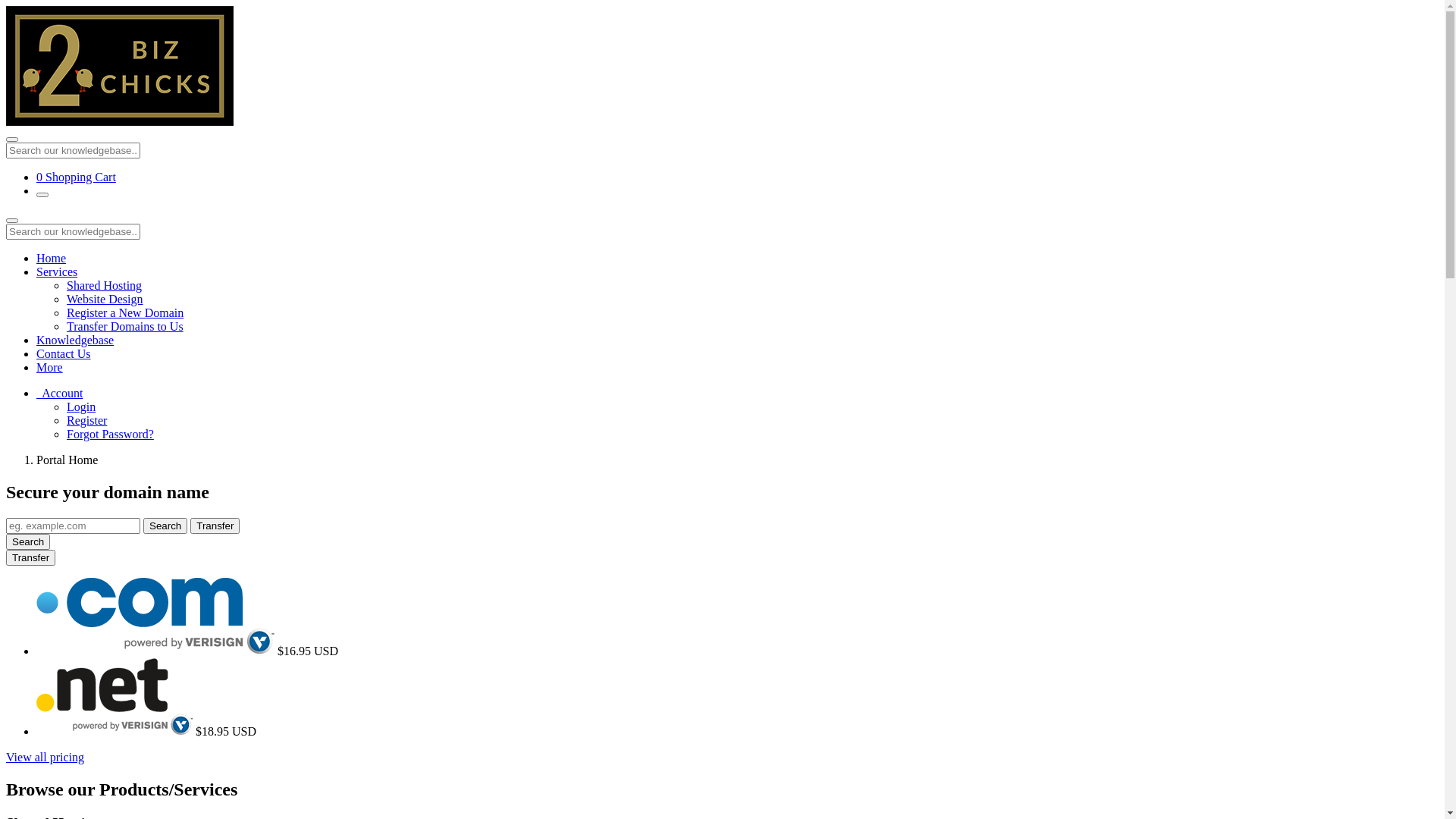 This screenshot has height=819, width=1456. Describe the element at coordinates (124, 312) in the screenshot. I see `'Register a New Domain'` at that location.